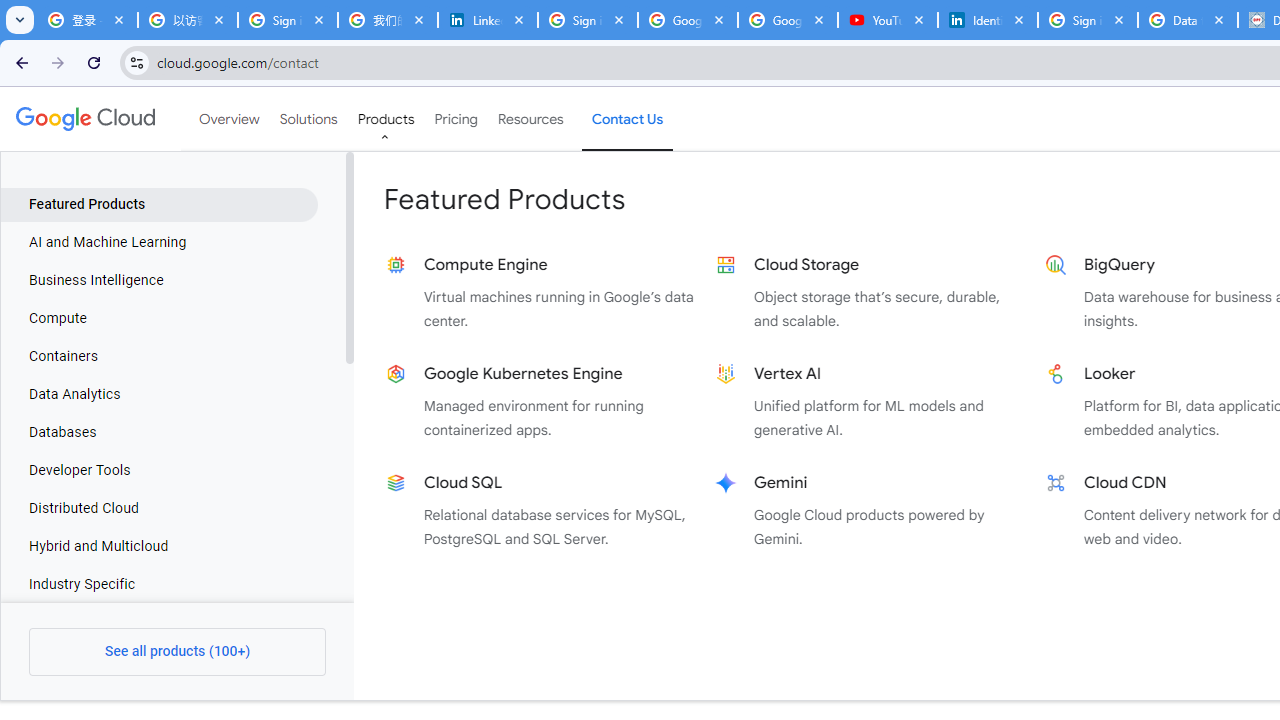  What do you see at coordinates (158, 508) in the screenshot?
I see `'Distributed Cloud'` at bounding box center [158, 508].